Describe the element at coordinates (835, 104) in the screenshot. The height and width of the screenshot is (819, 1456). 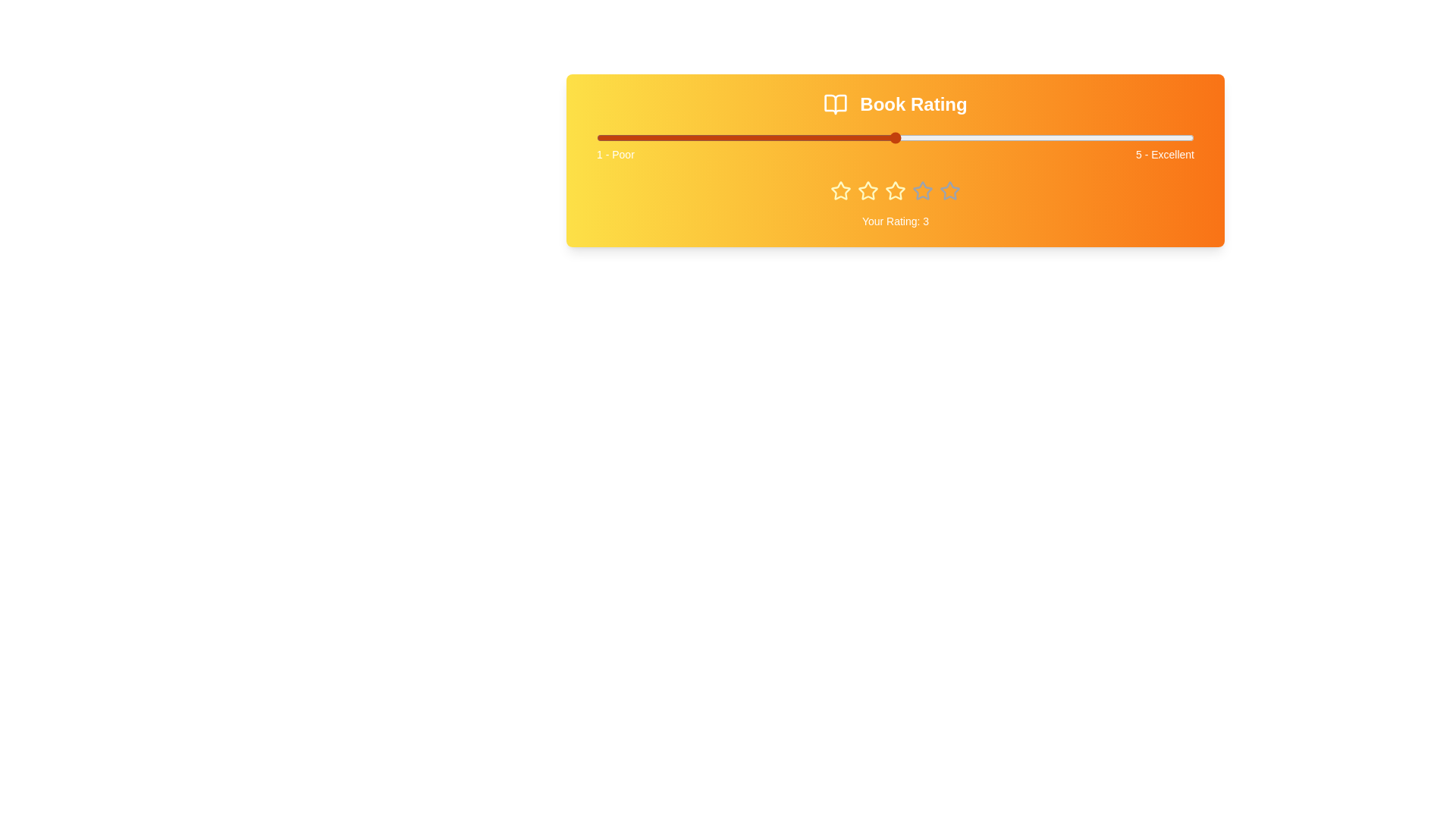
I see `the open book icon, which is centrally located within the 'Book Rating' section of the interface` at that location.